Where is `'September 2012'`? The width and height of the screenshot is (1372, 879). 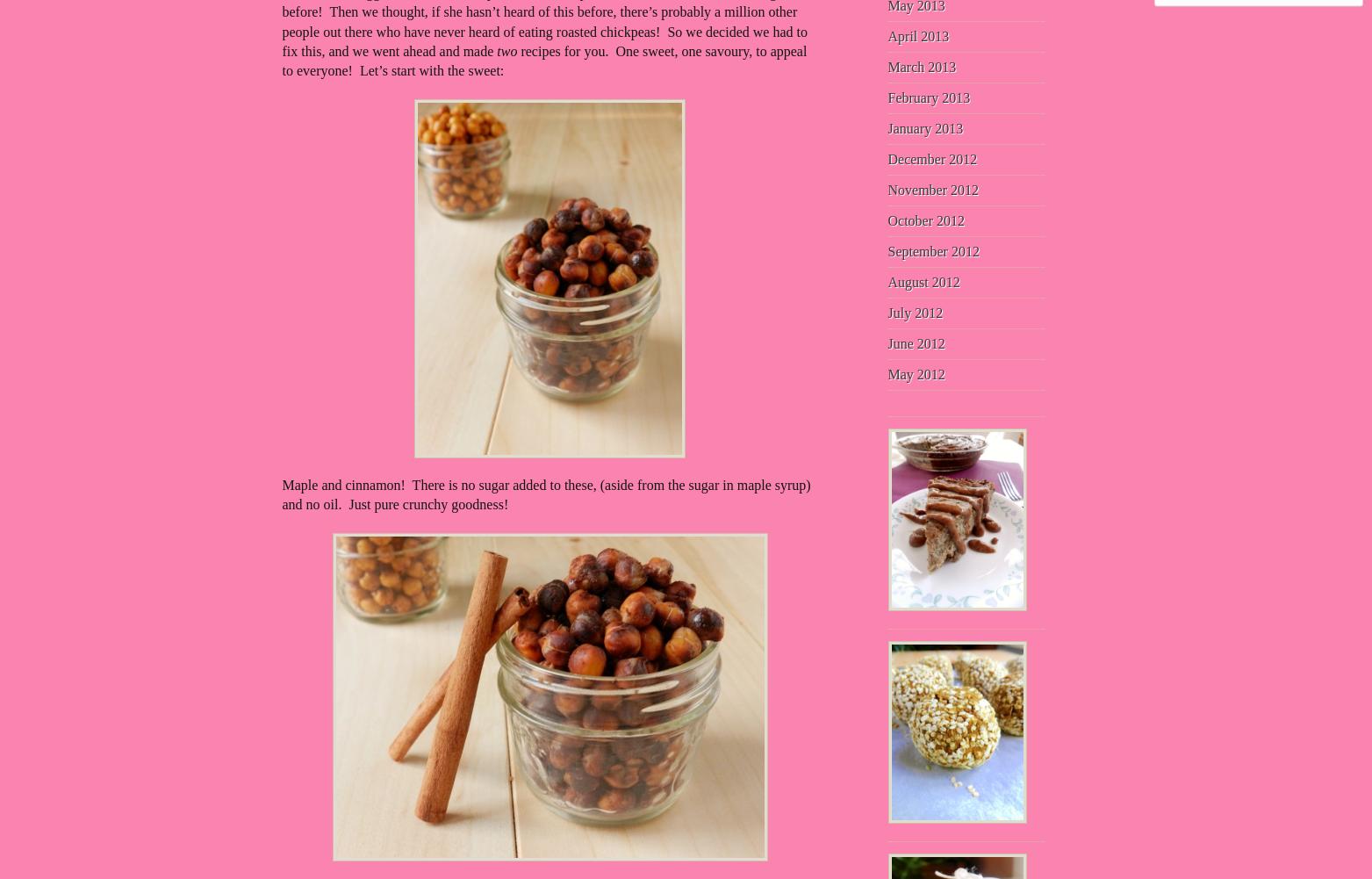
'September 2012' is located at coordinates (932, 249).